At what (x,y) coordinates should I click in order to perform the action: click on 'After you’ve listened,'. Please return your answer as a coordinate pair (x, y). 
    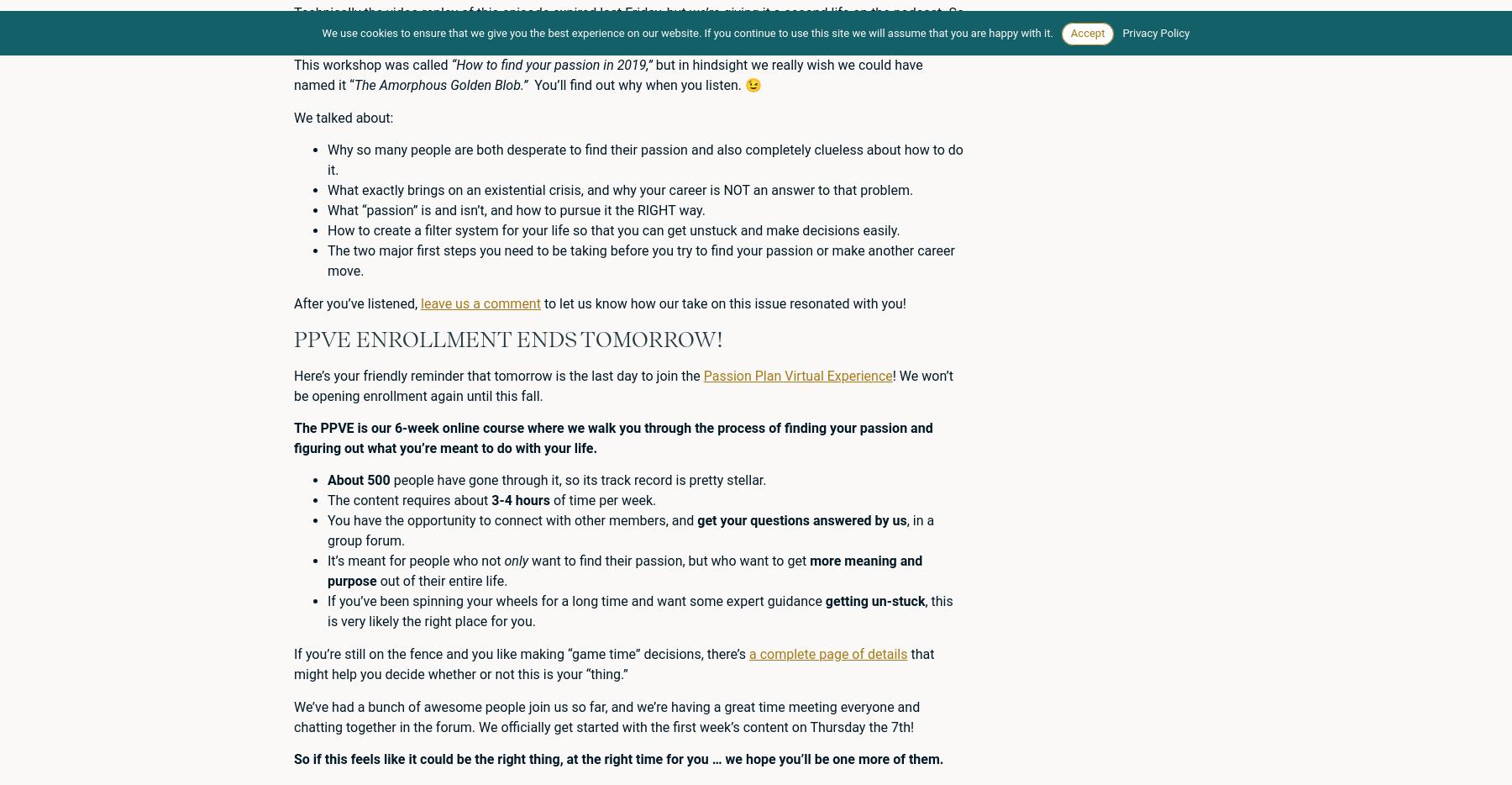
    Looking at the image, I should click on (357, 303).